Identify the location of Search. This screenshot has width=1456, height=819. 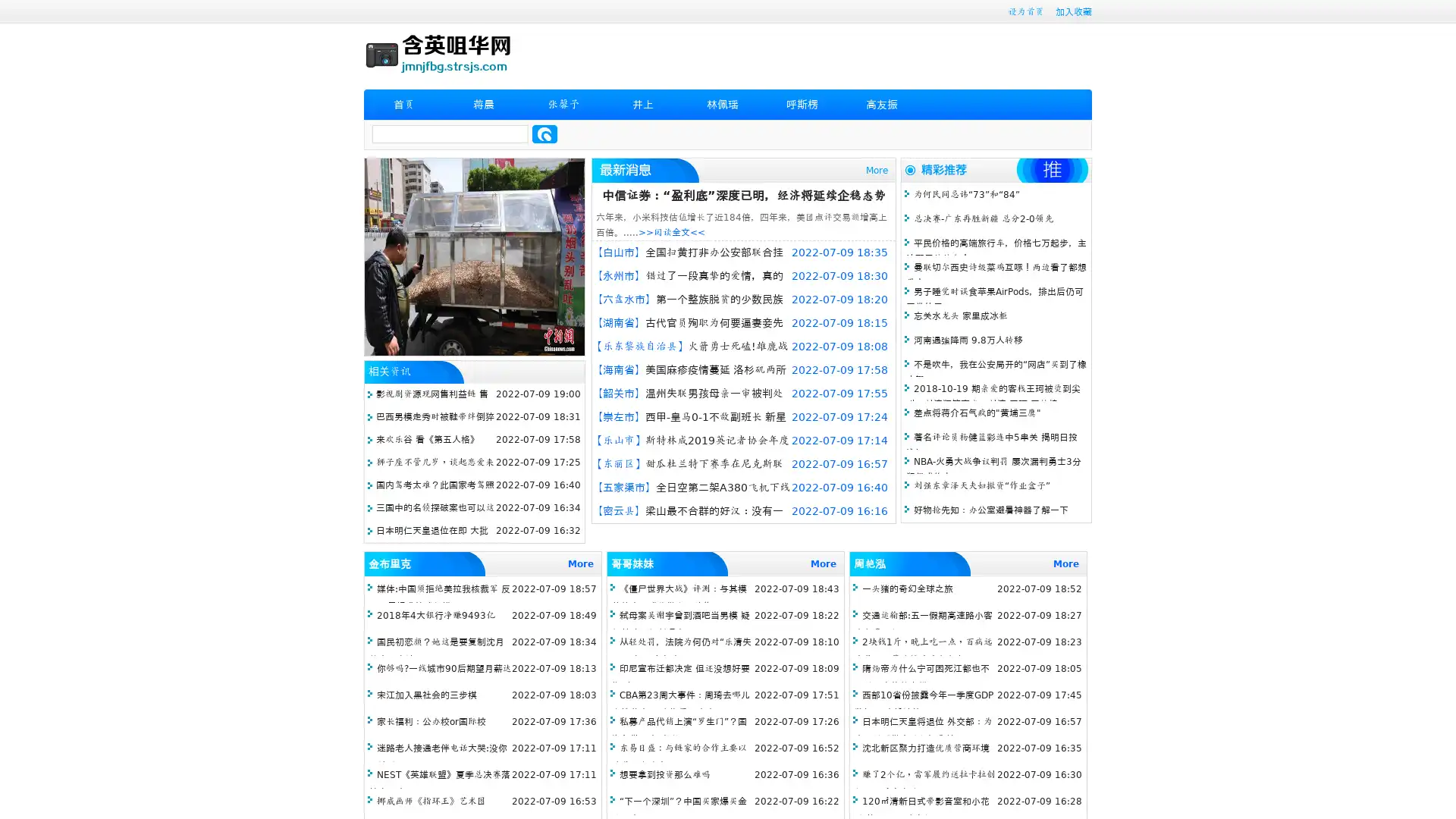
(544, 133).